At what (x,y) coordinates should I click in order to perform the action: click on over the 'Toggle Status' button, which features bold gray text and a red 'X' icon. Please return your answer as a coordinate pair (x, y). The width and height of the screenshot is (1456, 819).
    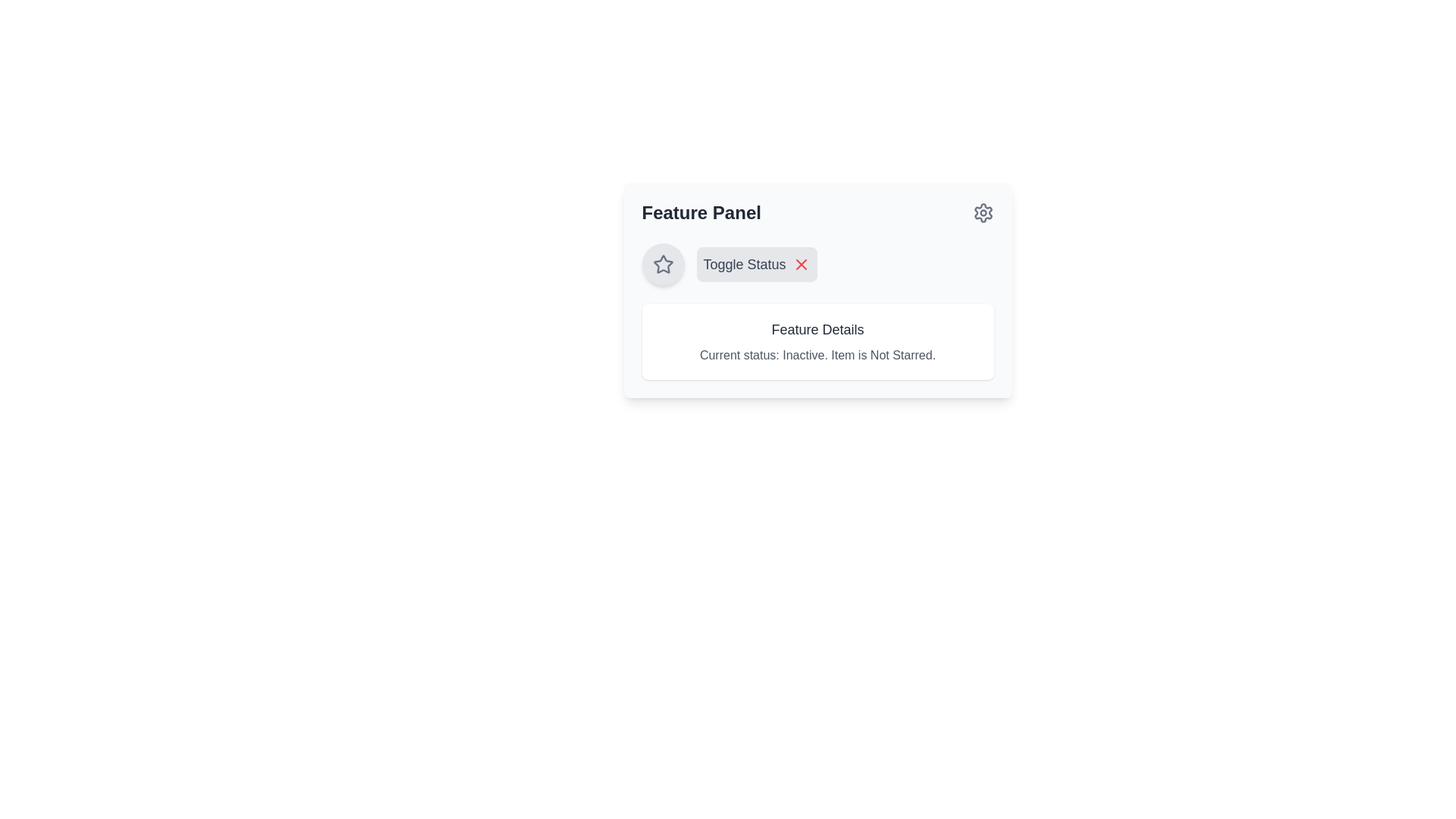
    Looking at the image, I should click on (757, 263).